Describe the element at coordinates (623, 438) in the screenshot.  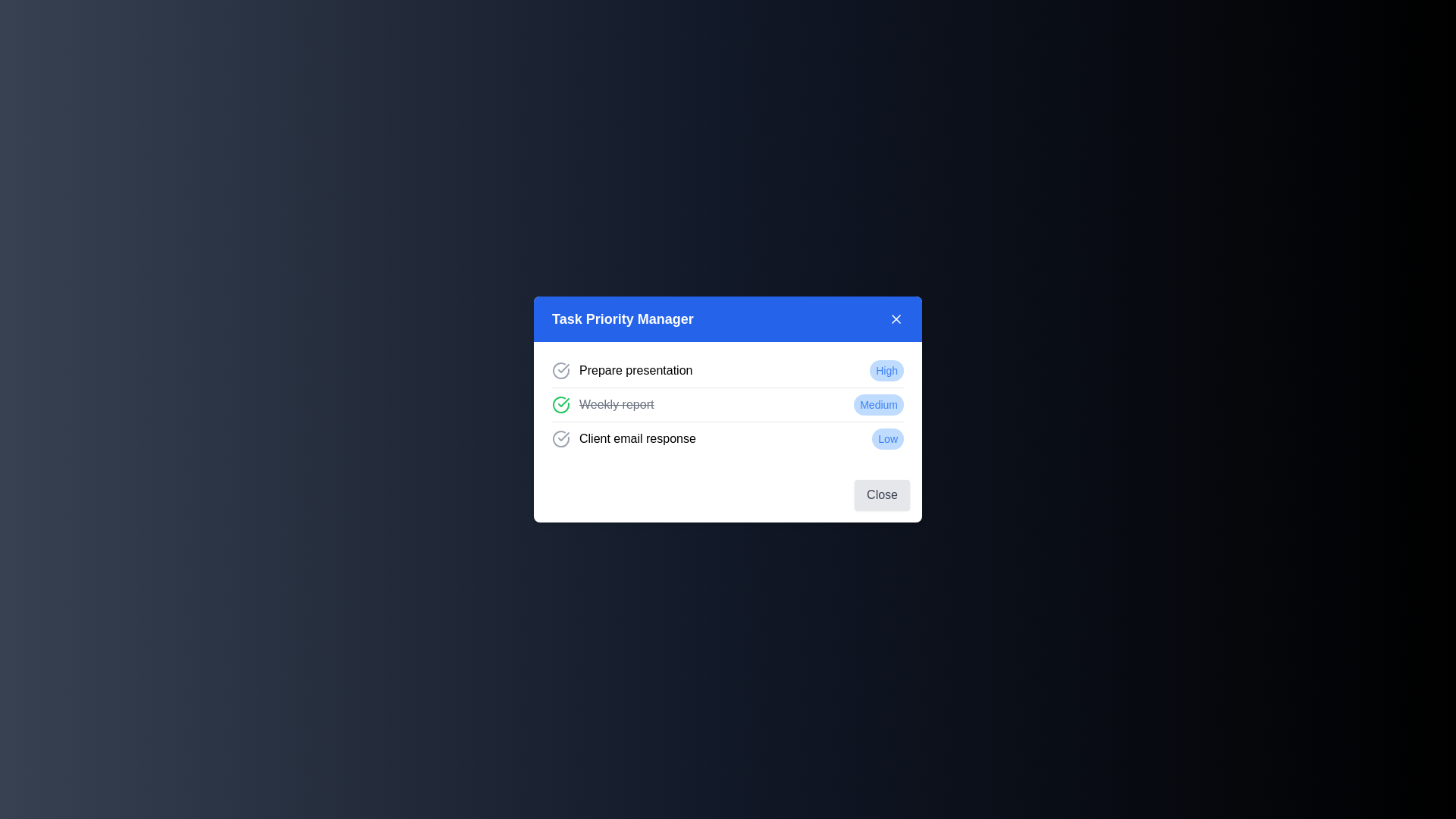
I see `the static text label element displaying 'Client email response' next to a gray circular icon with a checkmark, located in the task list of the modal window` at that location.